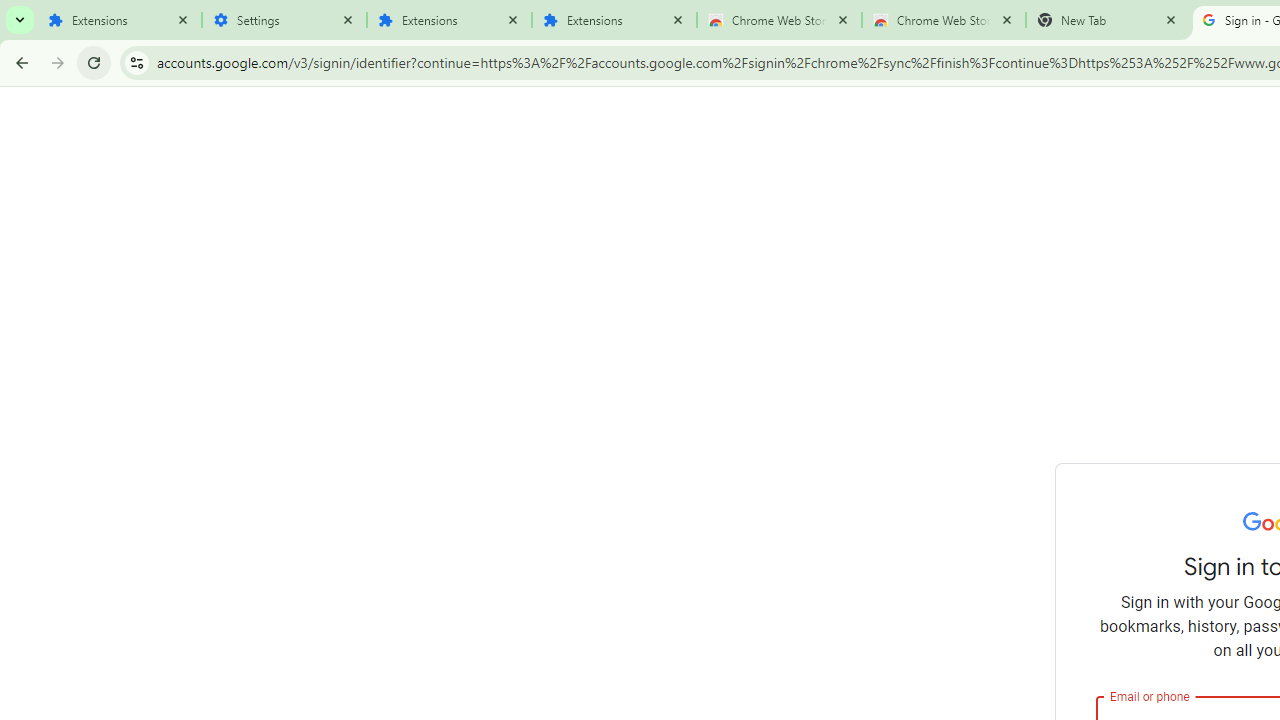 The height and width of the screenshot is (720, 1280). I want to click on 'New Tab', so click(1107, 20).